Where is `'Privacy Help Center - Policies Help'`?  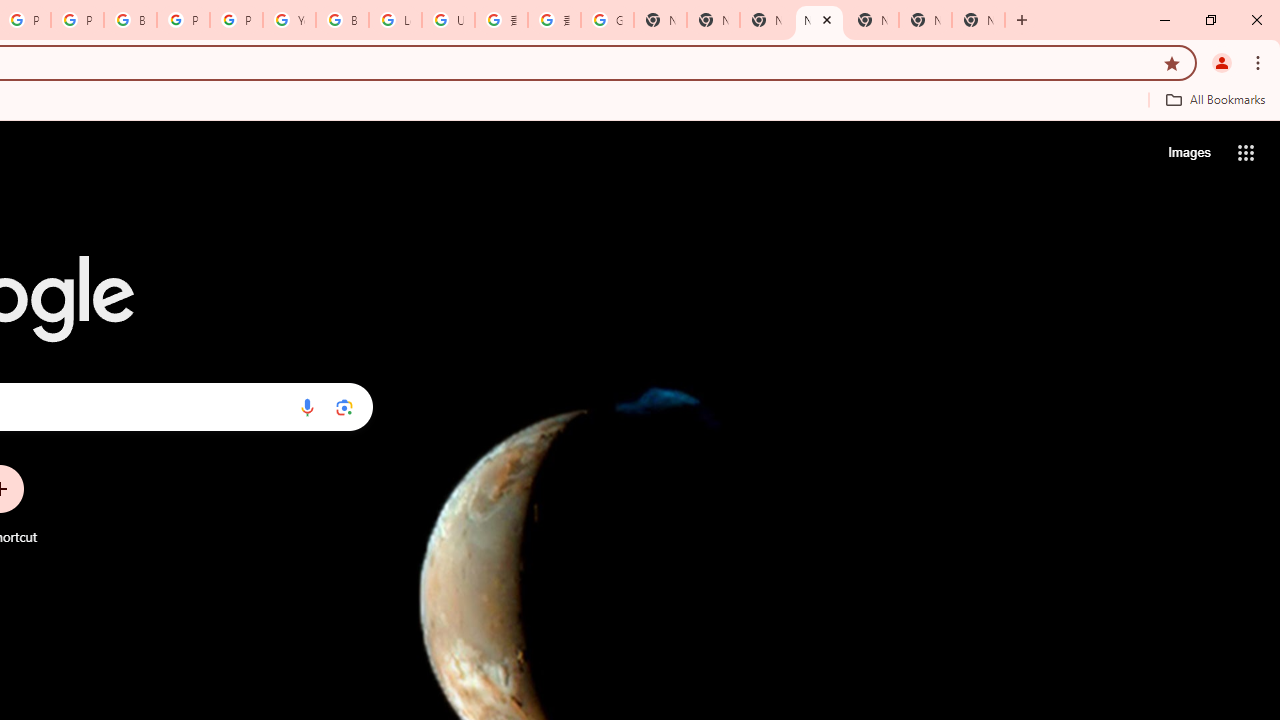
'Privacy Help Center - Policies Help' is located at coordinates (77, 20).